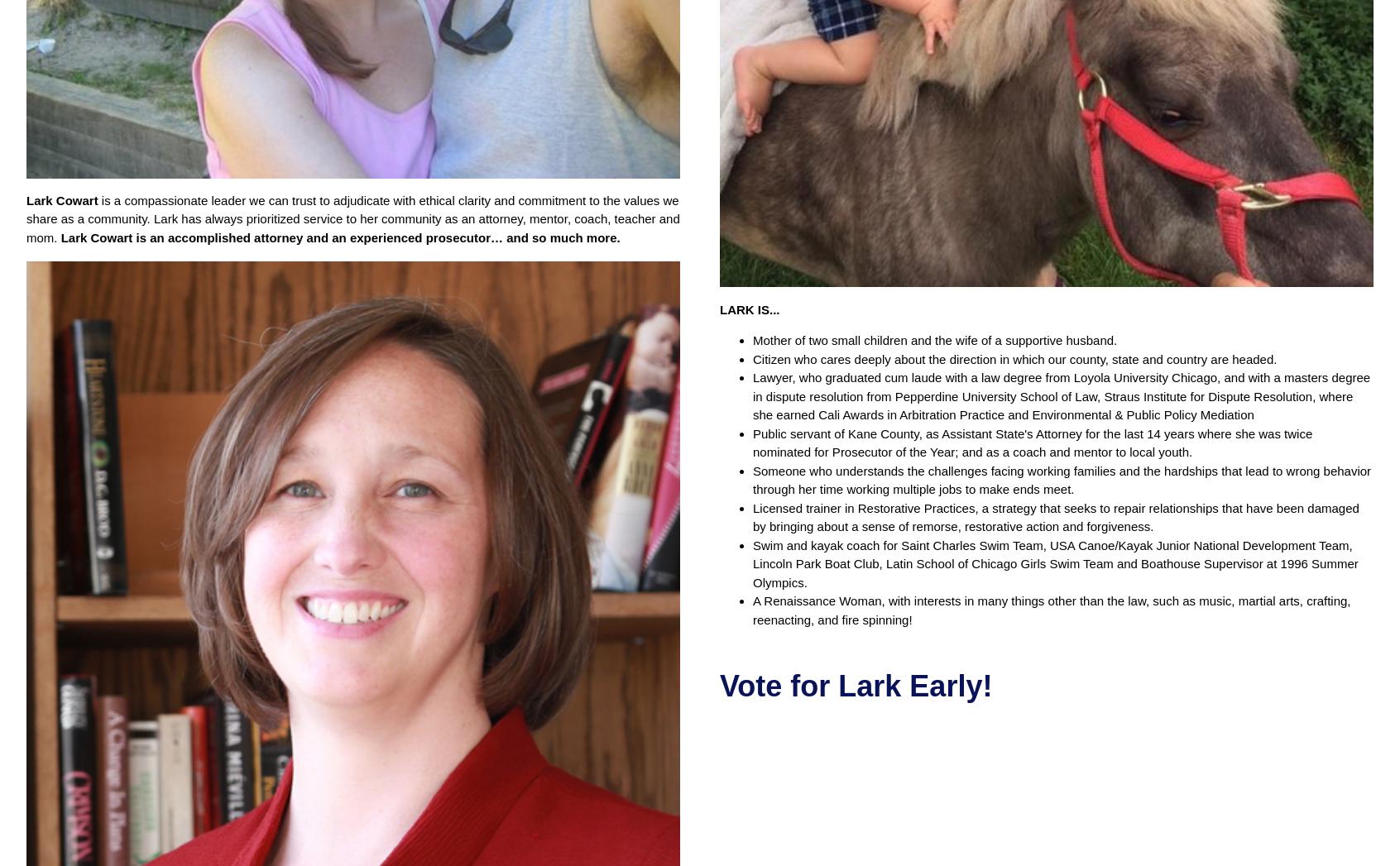  I want to click on 'is a compassionate leader we can trust to adjudicate with ethical clarity and commitment to the values we share as a community. Lark has always prioritized service to her community as an attorney, mentor, coach, teacher and mom.', so click(352, 218).